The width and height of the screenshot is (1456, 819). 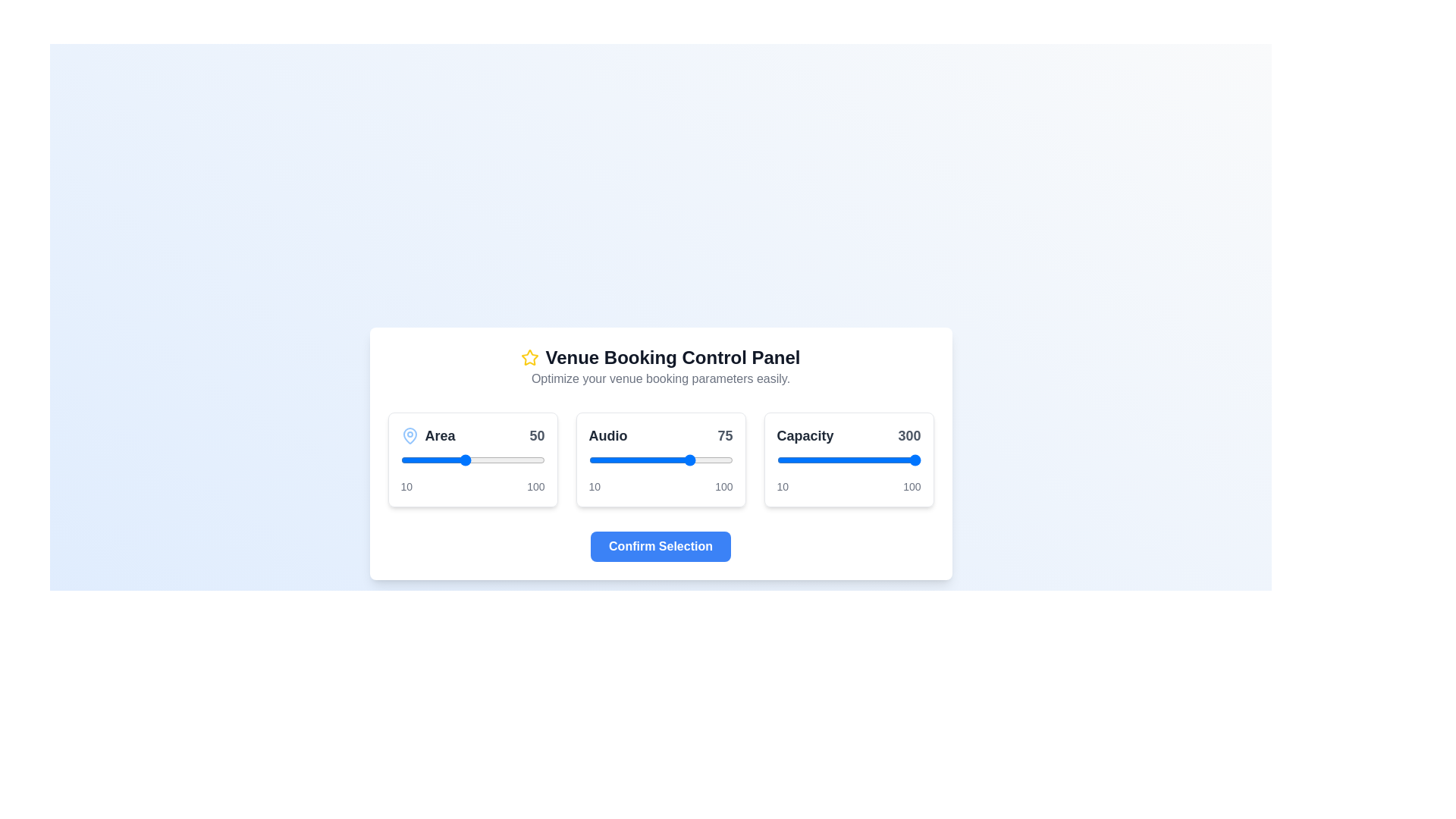 I want to click on the audio level, so click(x=679, y=459).